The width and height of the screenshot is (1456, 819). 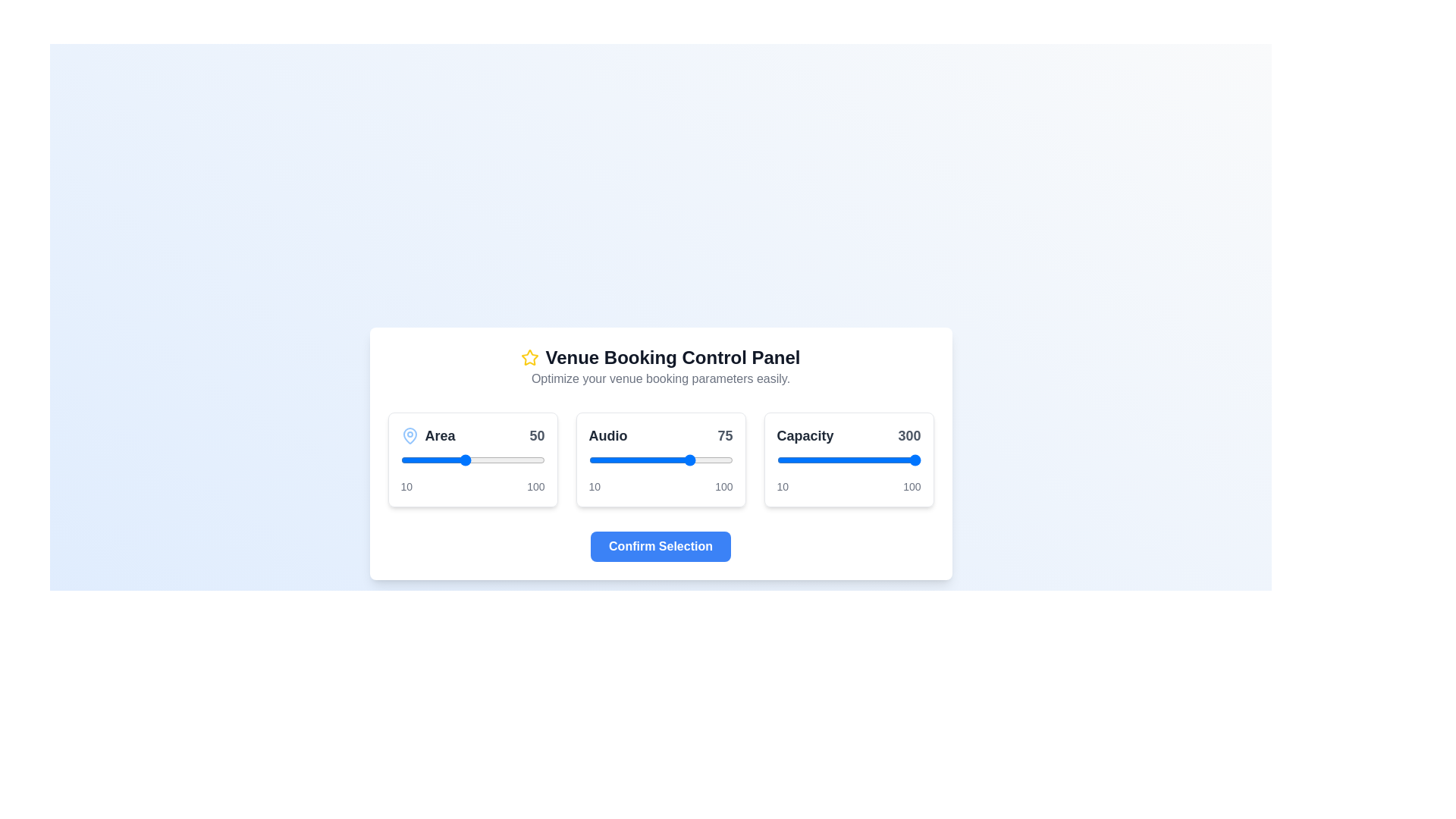 I want to click on the audio level, so click(x=679, y=459).